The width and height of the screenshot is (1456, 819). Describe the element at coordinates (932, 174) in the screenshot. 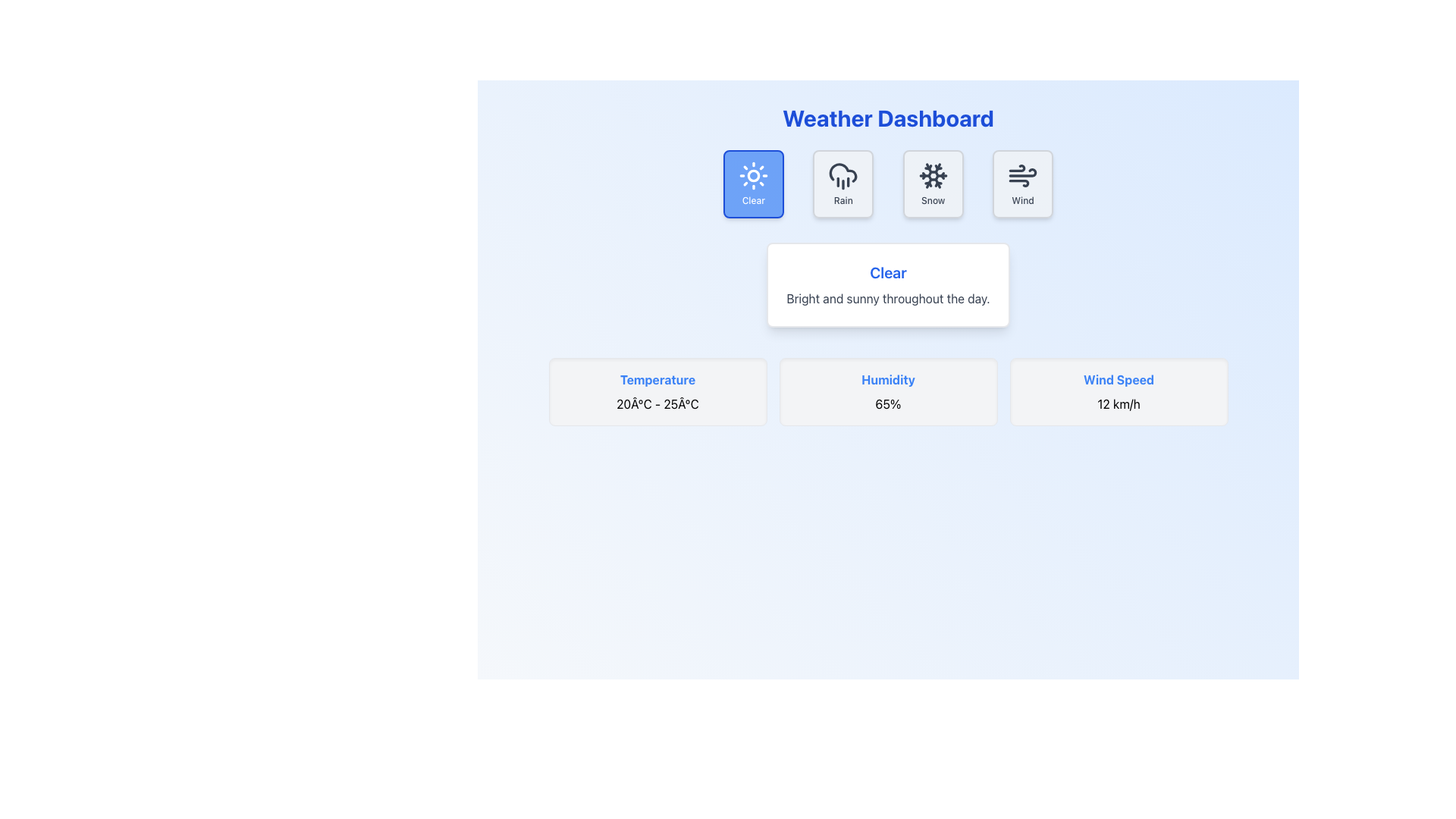

I see `the snowflake icon in the 'Snow' card` at that location.